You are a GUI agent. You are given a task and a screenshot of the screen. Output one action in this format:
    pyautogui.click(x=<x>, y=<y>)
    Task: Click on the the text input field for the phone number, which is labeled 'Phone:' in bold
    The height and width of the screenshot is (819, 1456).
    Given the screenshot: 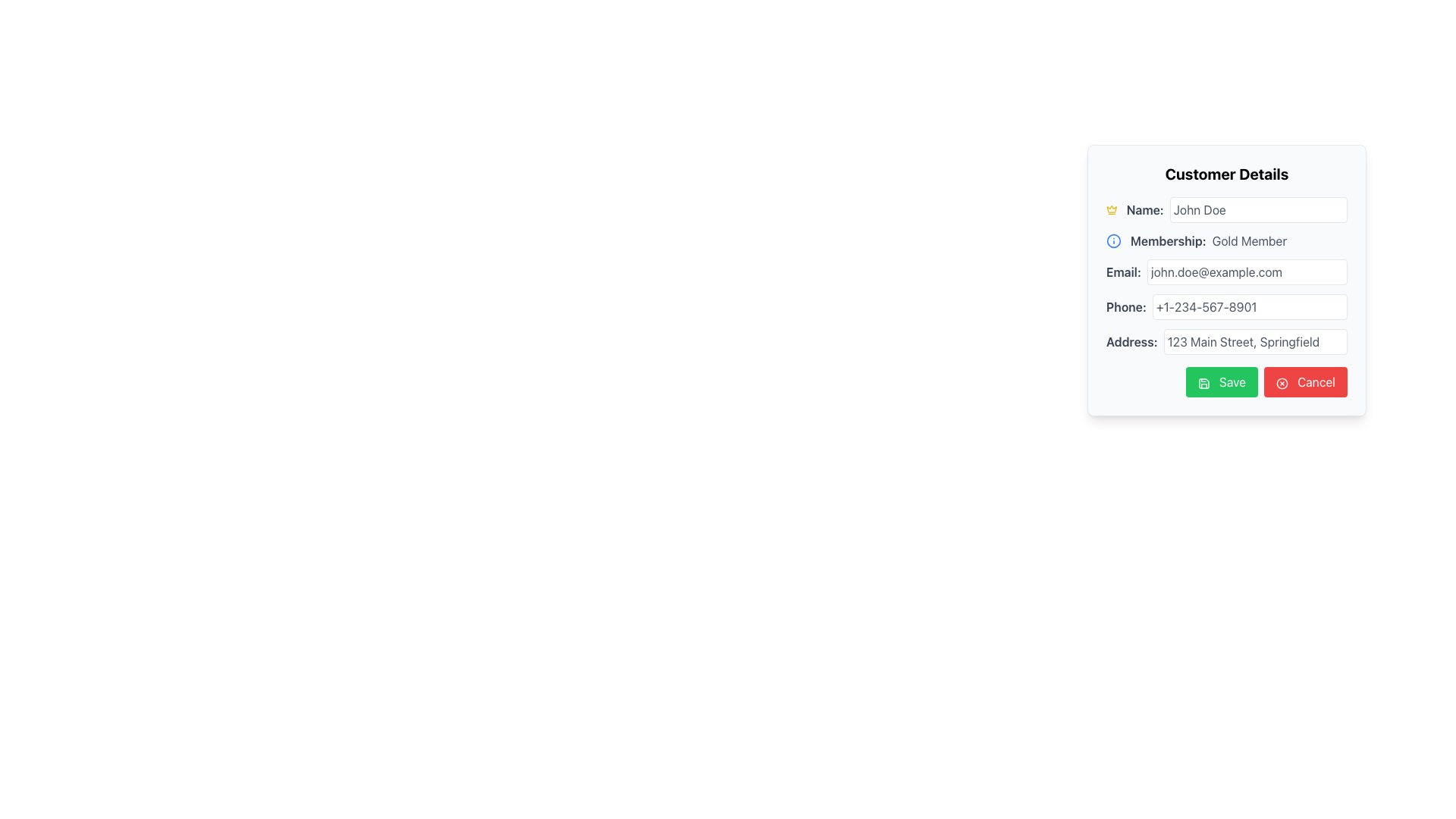 What is the action you would take?
    pyautogui.click(x=1226, y=307)
    